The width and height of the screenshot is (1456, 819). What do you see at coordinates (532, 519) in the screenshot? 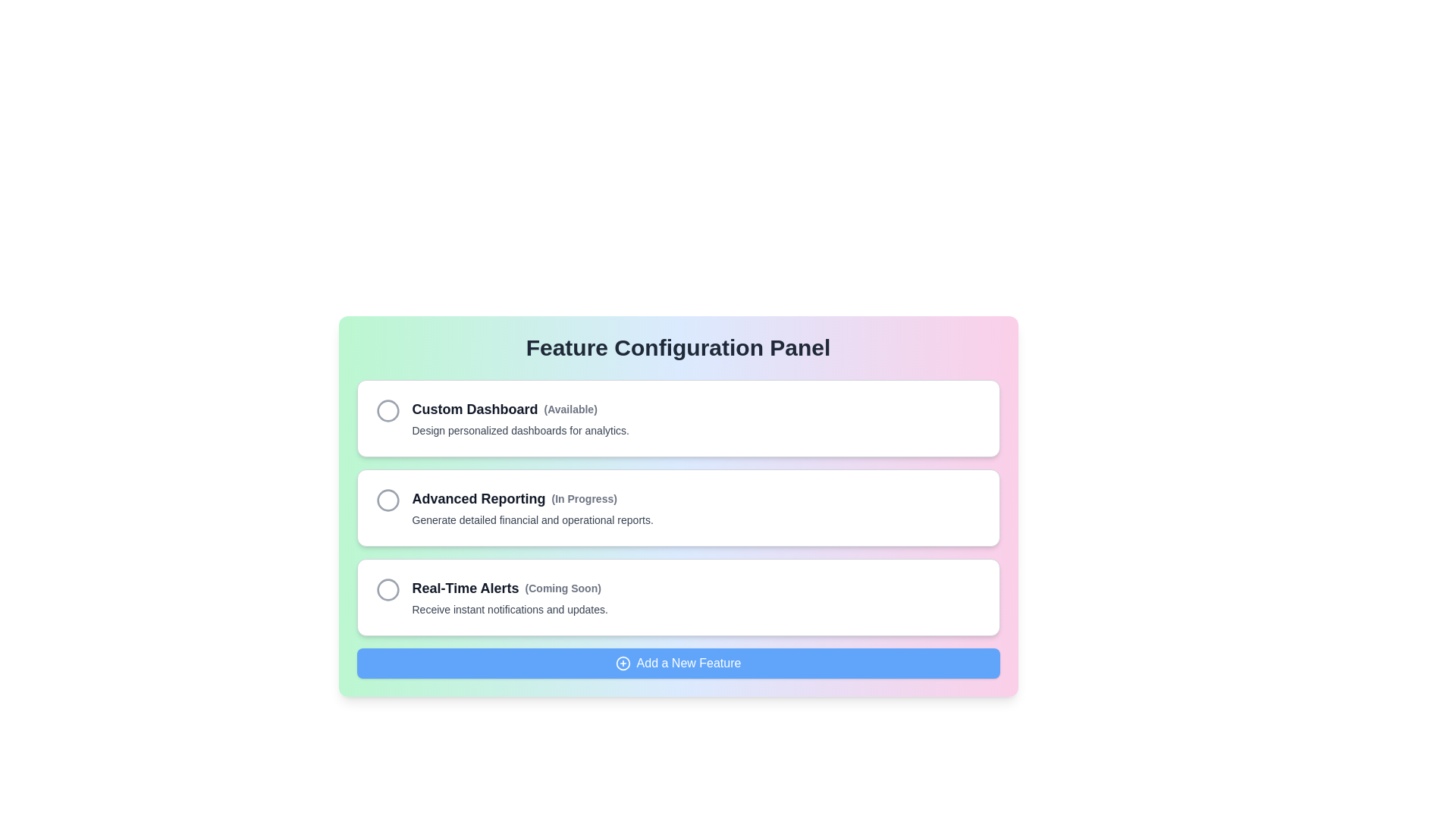
I see `the Text Label that describes the functionality of 'Advanced Reporting', located directly beneath the title 'Advanced Reporting (In Progress)'` at bounding box center [532, 519].